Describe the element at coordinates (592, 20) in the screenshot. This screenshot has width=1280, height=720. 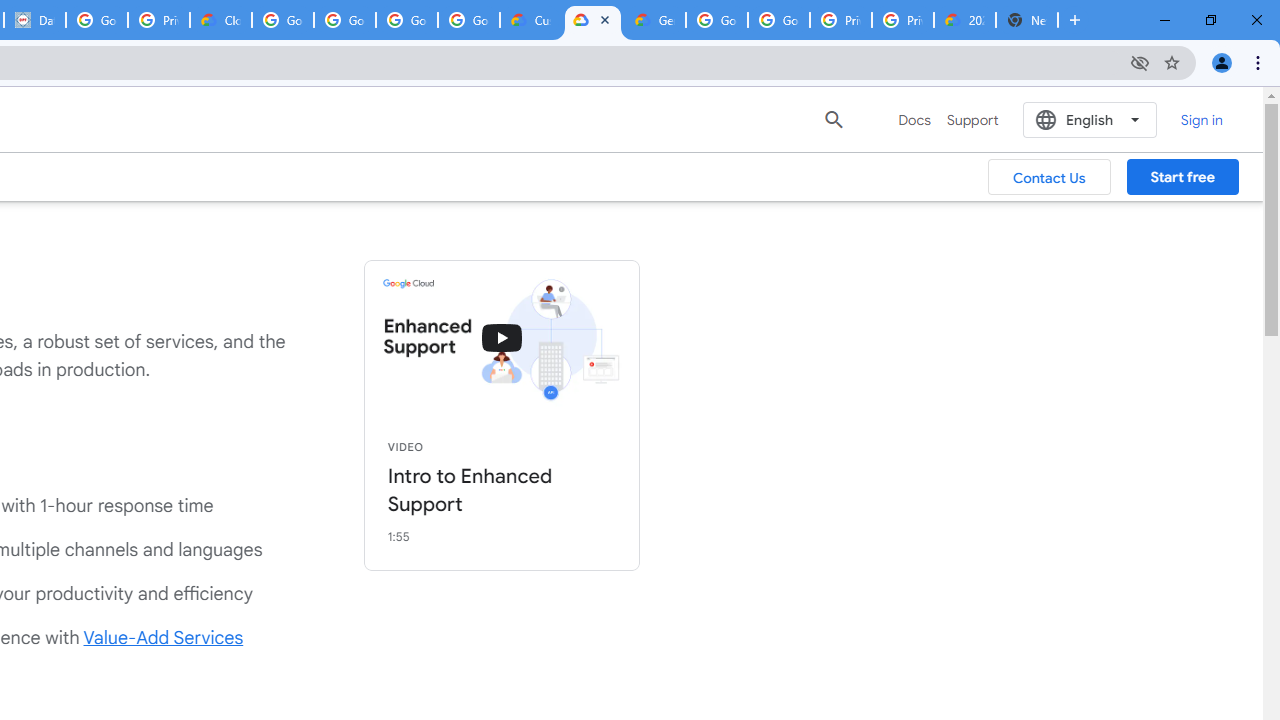
I see `'Enhanced Support | Google Cloud'` at that location.